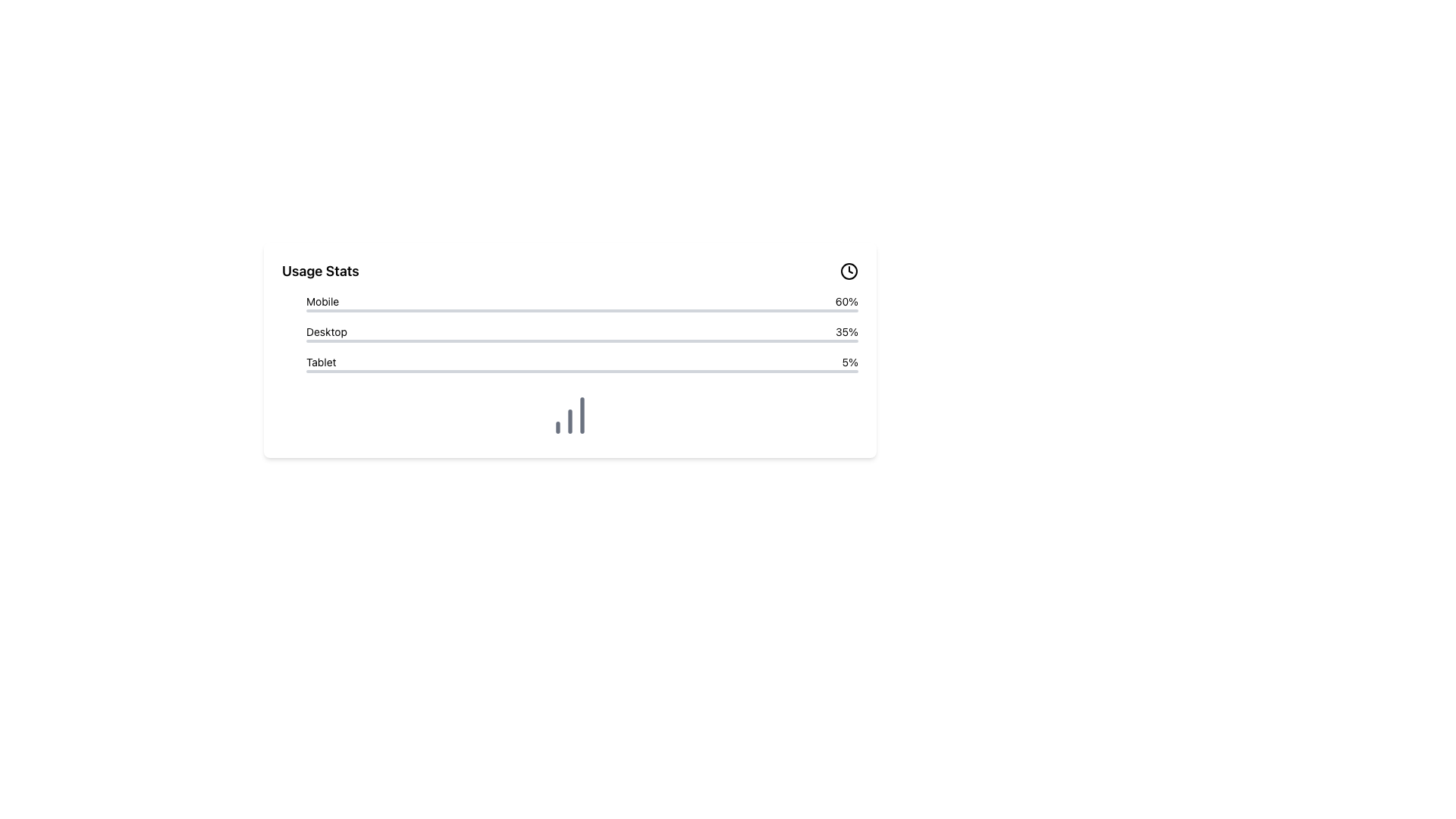  What do you see at coordinates (570, 332) in the screenshot?
I see `the Horizontal Bar Chart element labeled 'Desktop', which shows a progress bar indicating 35% usage, located in the middle of the metrics section` at bounding box center [570, 332].